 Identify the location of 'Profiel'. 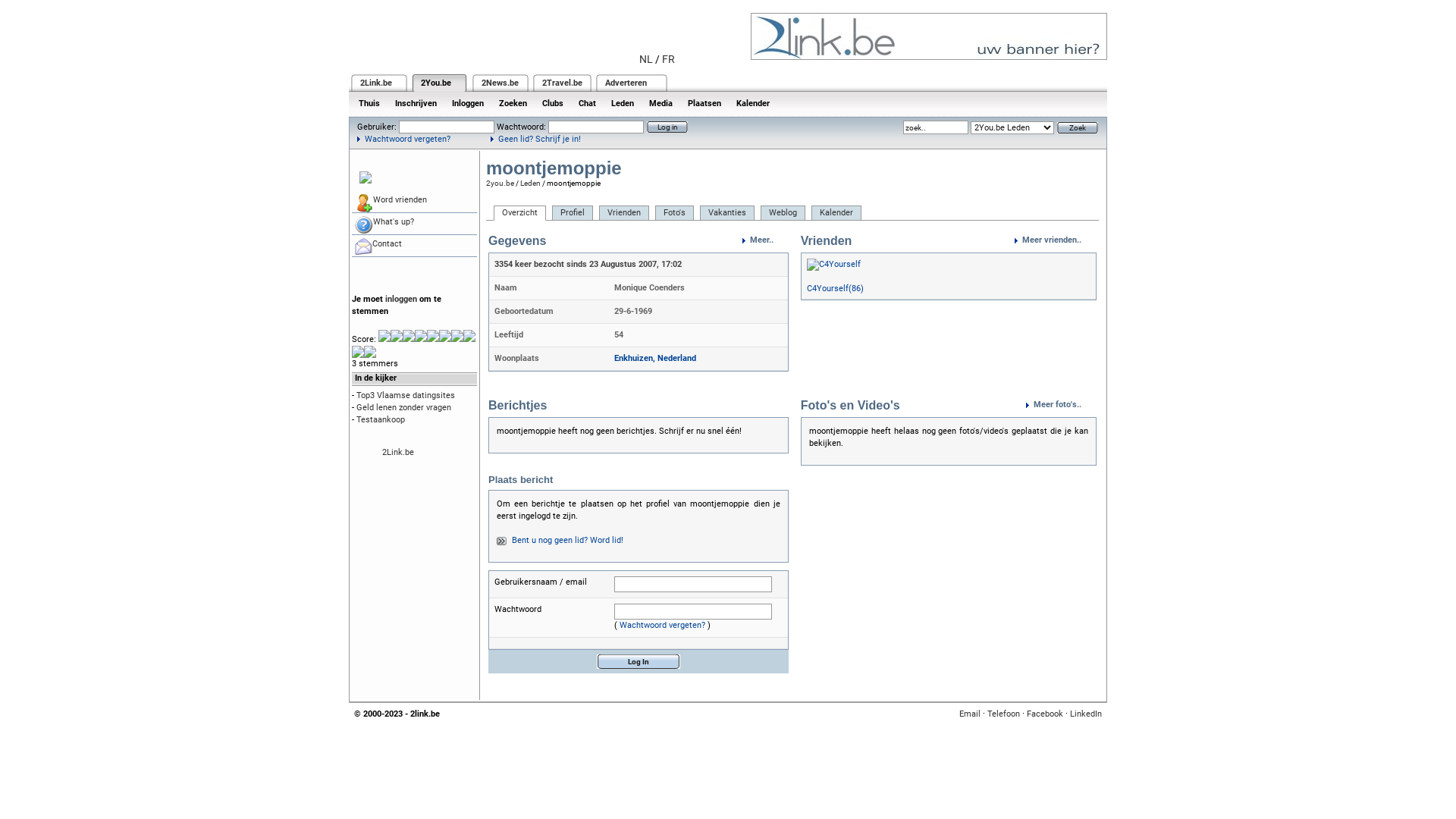
(571, 213).